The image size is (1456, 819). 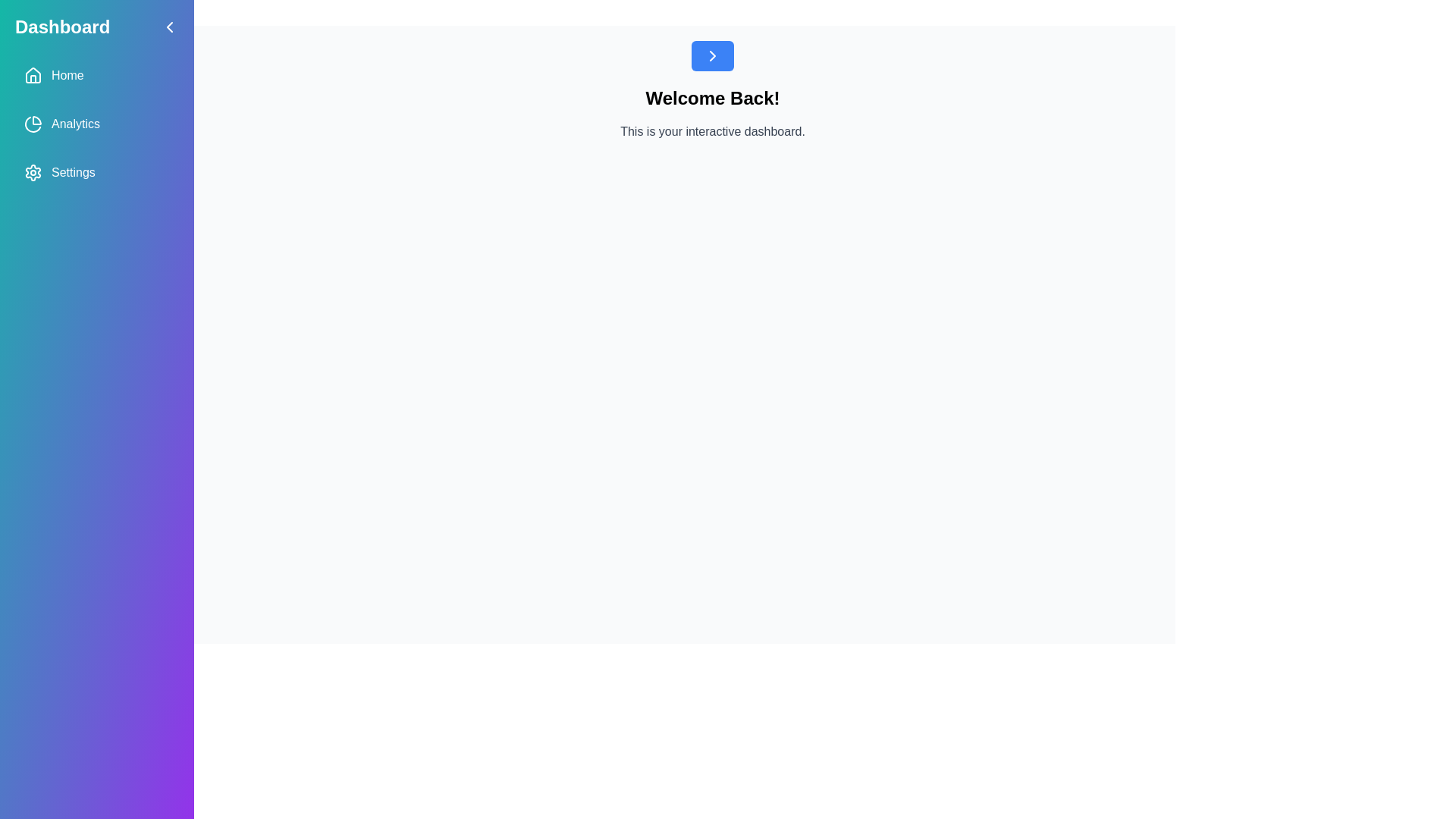 What do you see at coordinates (96, 124) in the screenshot?
I see `the menu item Analytics in the drawer` at bounding box center [96, 124].